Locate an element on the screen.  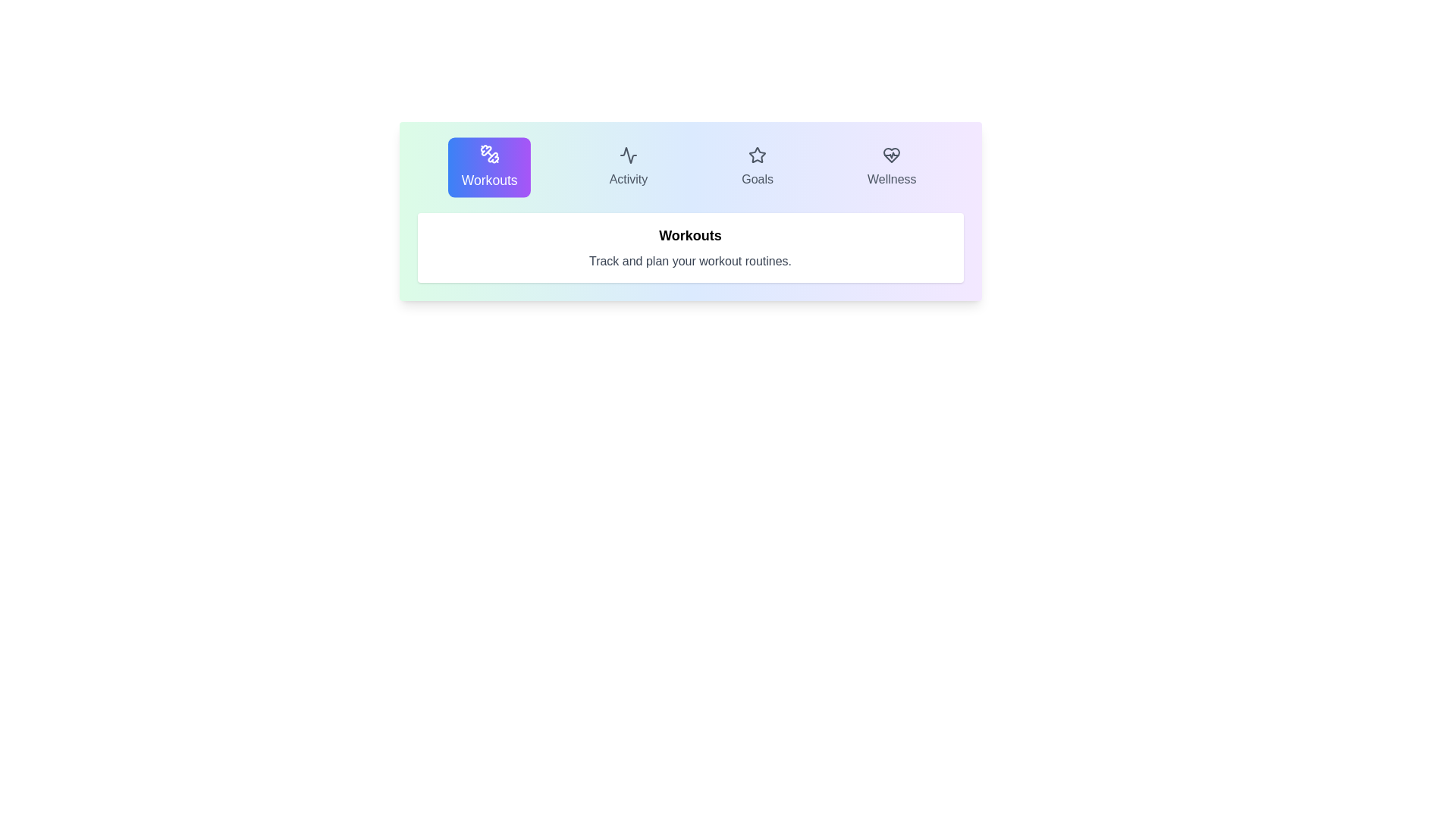
the Navigation button labeled 'Activity' is located at coordinates (629, 167).